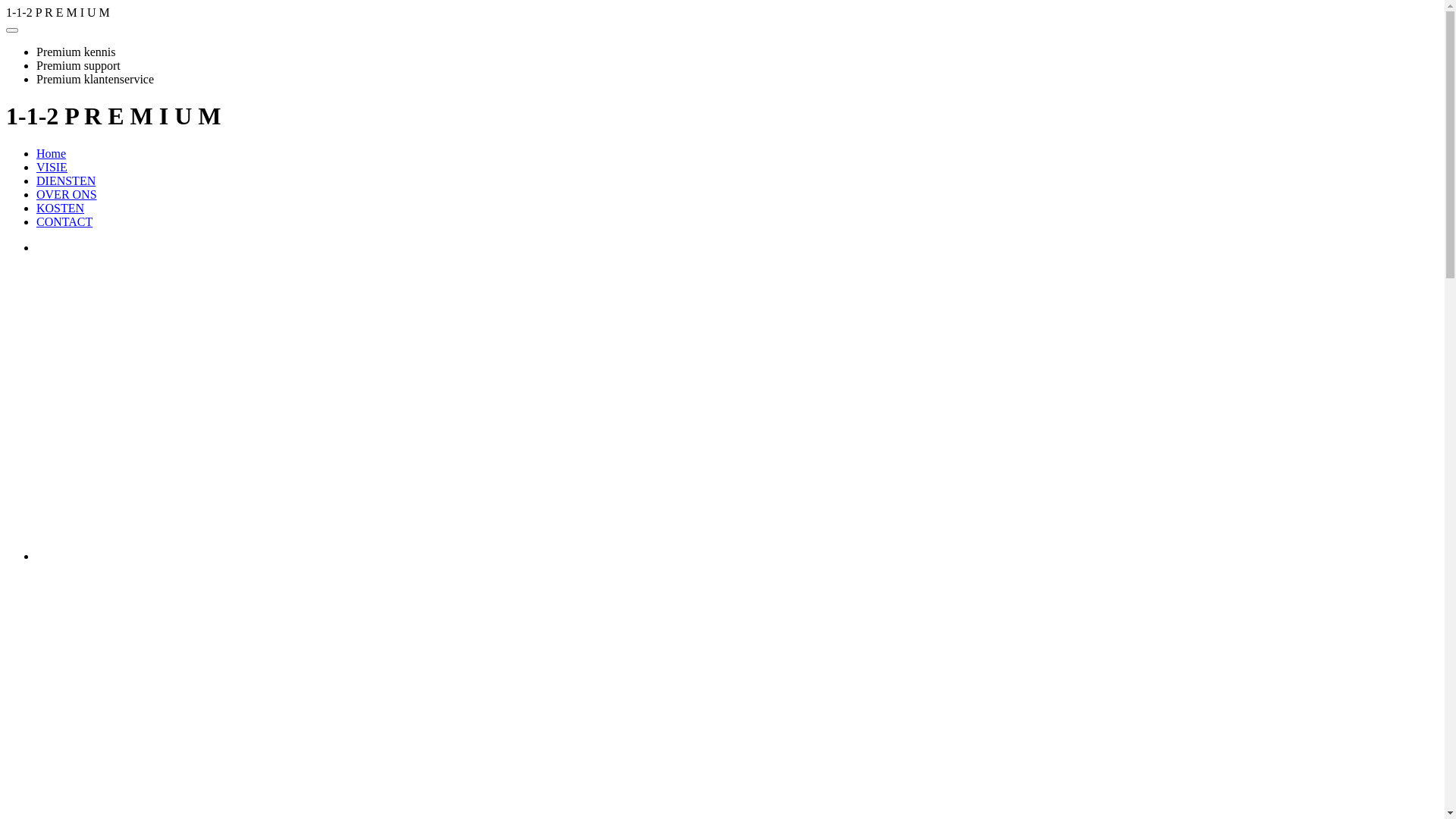  Describe the element at coordinates (60, 208) in the screenshot. I see `'KOSTEN'` at that location.